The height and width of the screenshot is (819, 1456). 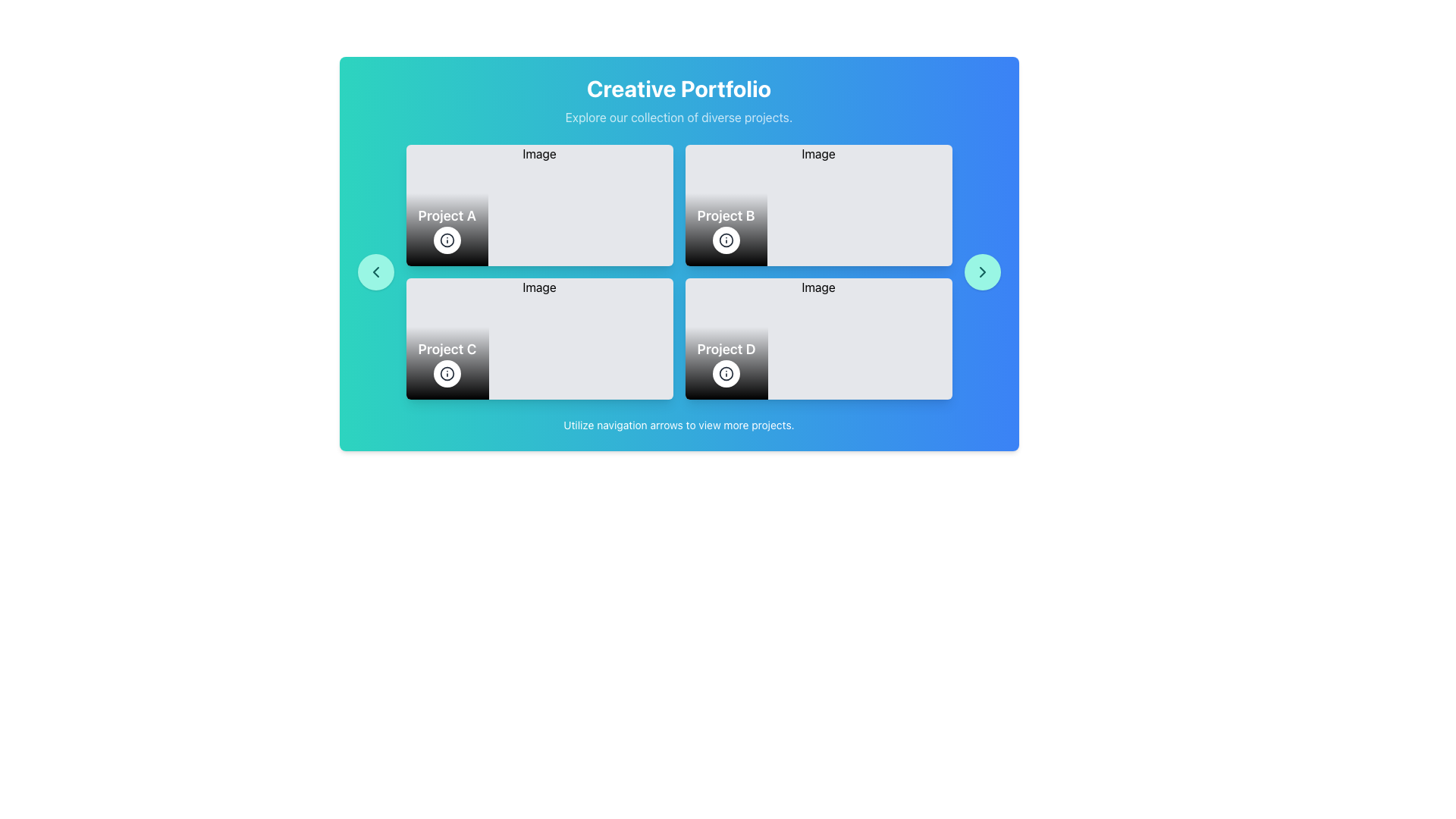 What do you see at coordinates (725, 230) in the screenshot?
I see `the section with a gradient background and the text 'Project B'` at bounding box center [725, 230].